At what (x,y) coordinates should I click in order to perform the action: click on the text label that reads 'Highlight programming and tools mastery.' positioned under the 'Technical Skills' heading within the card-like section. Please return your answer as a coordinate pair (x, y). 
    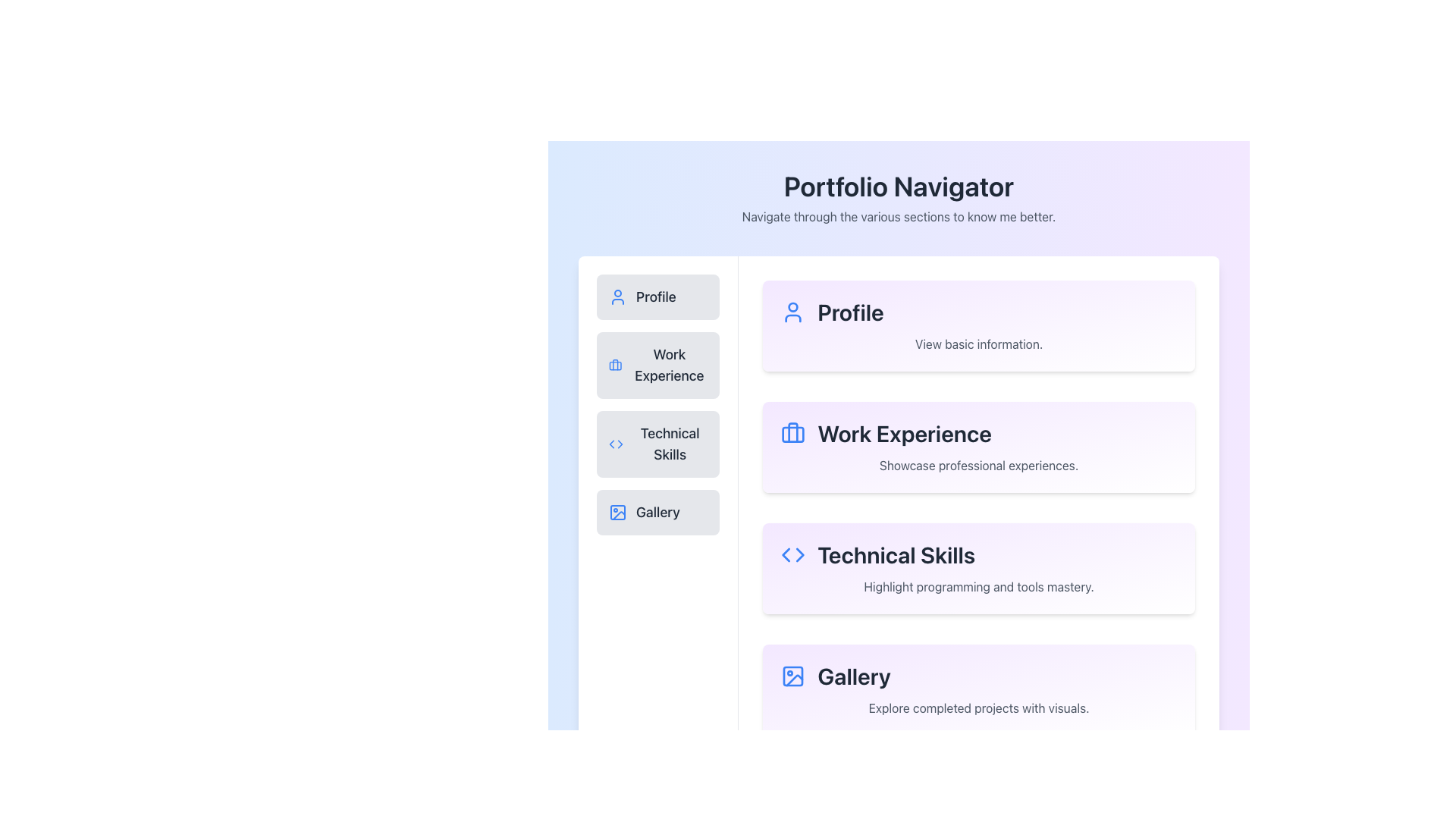
    Looking at the image, I should click on (979, 586).